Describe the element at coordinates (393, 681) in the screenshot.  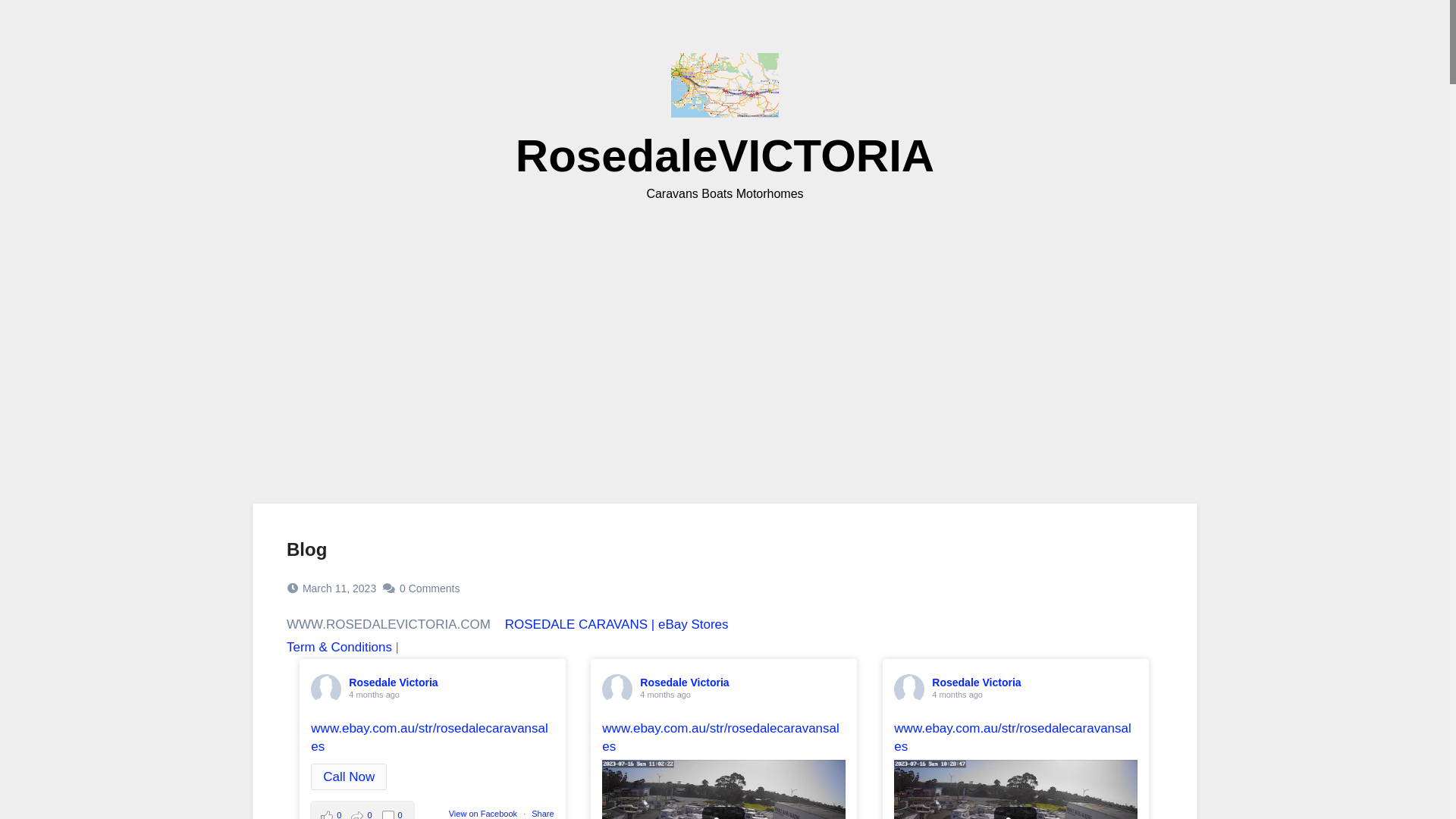
I see `'Rosedale Victoria'` at that location.